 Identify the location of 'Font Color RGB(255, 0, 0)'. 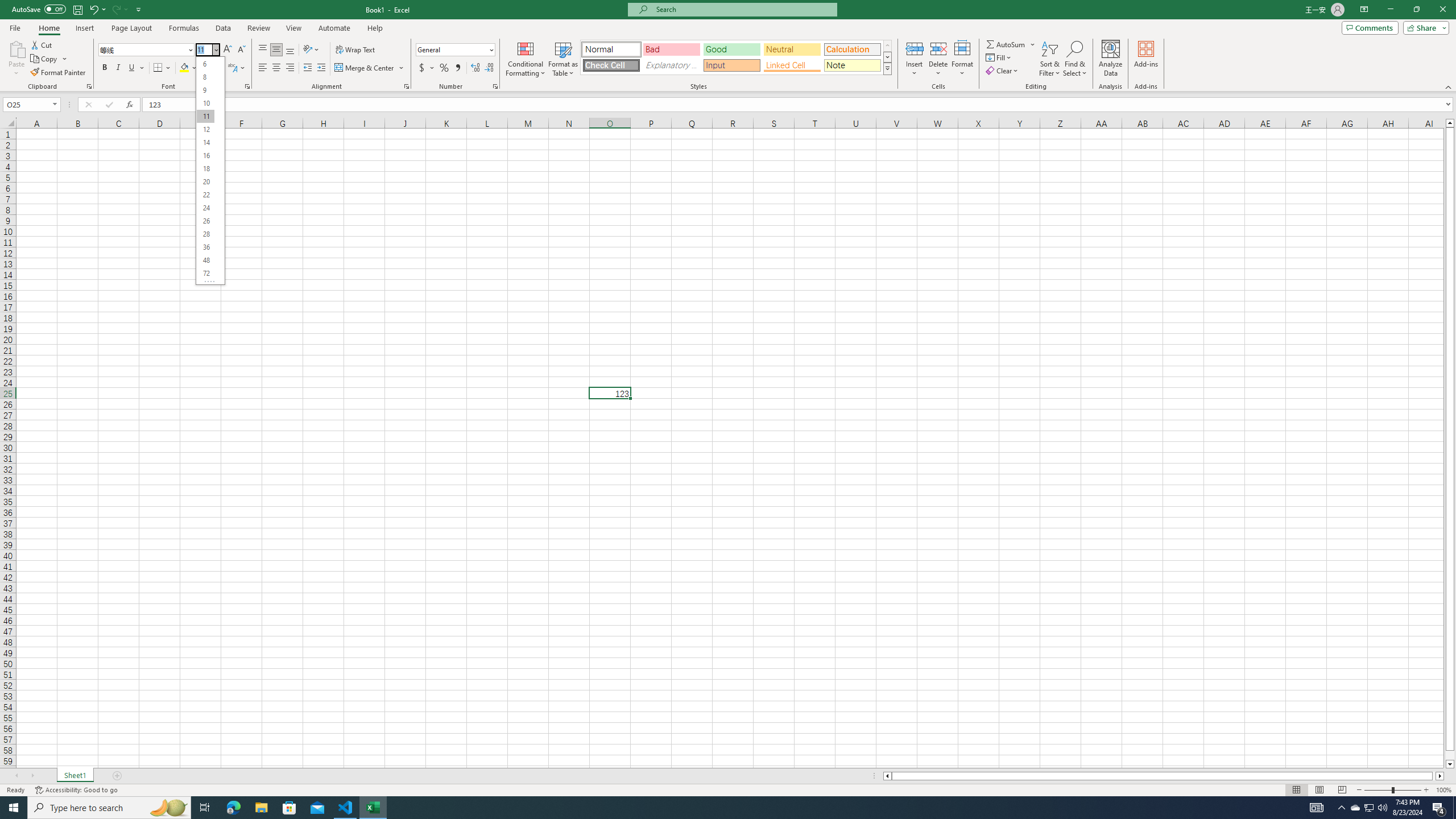
(206, 67).